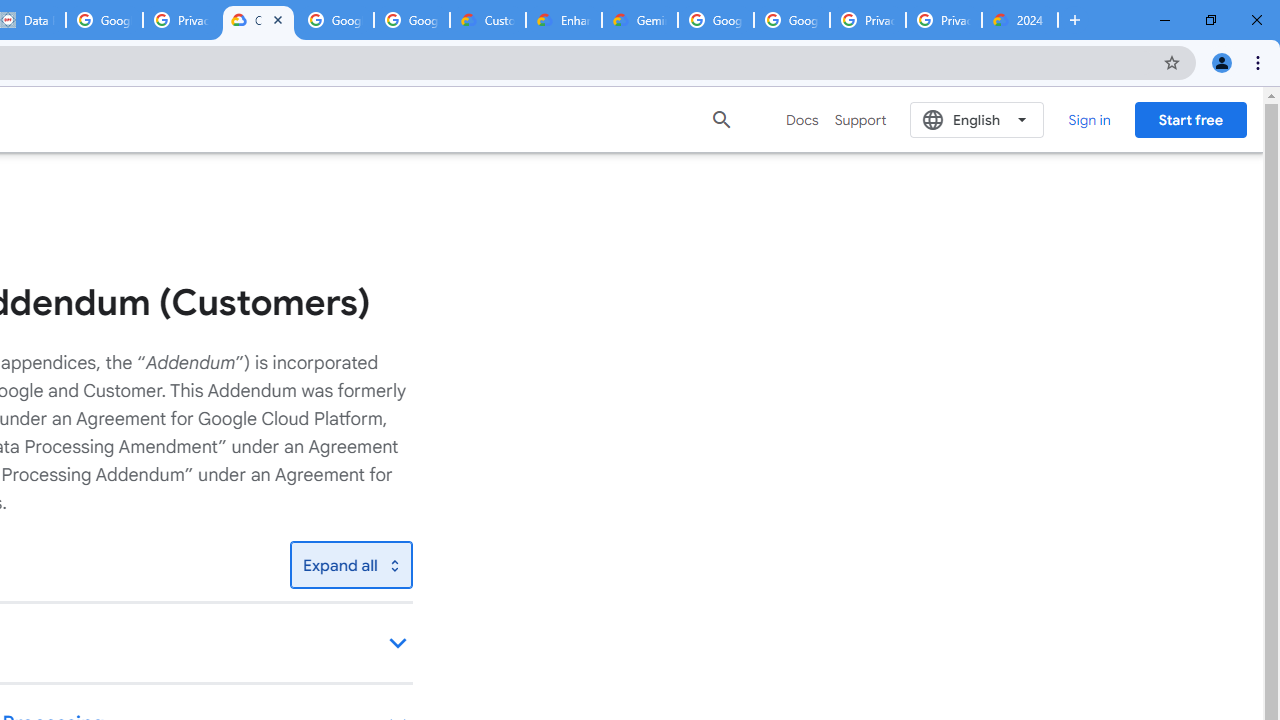  I want to click on 'Toggle all', so click(351, 564).